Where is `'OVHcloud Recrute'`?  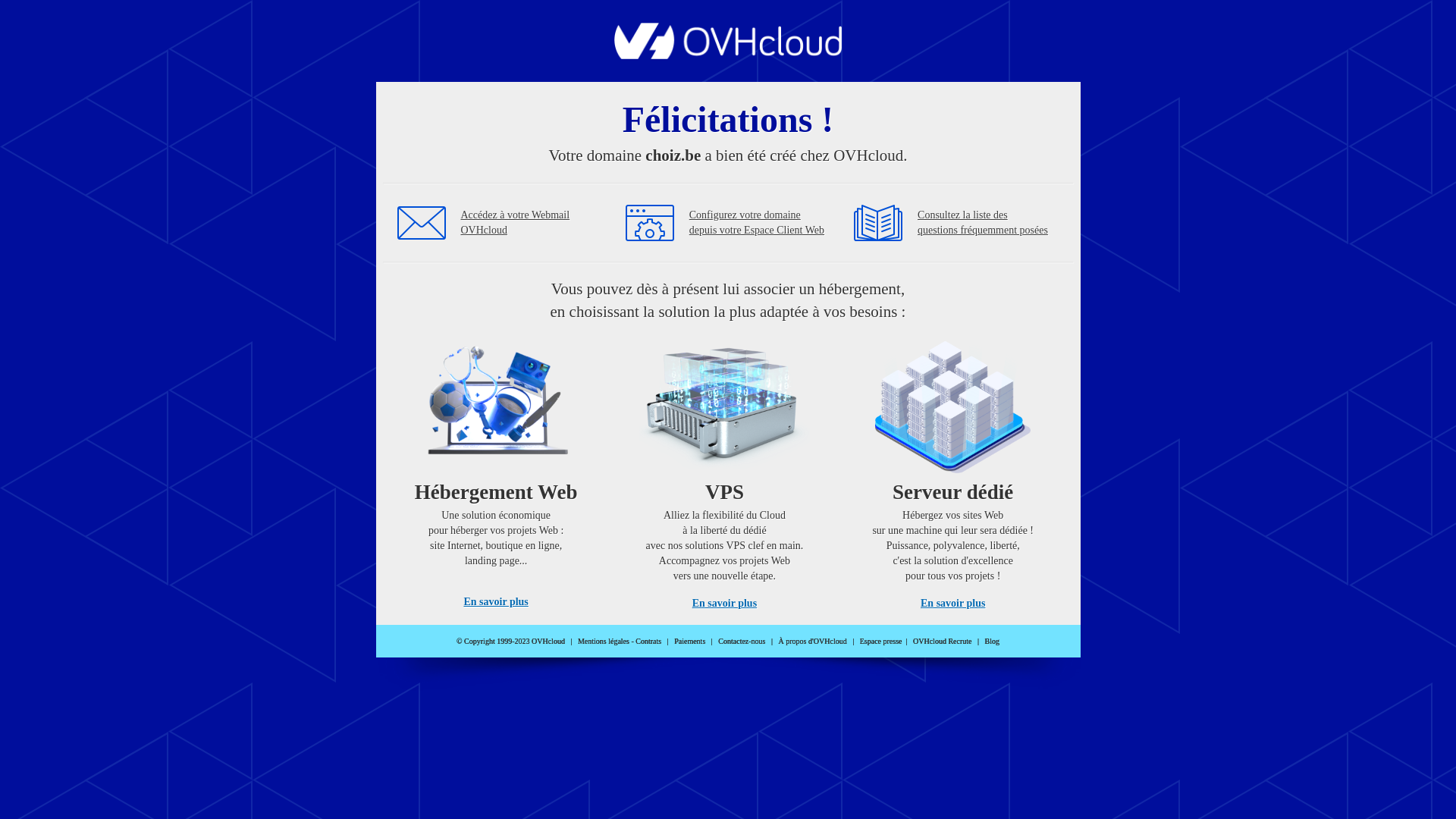
'OVHcloud Recrute' is located at coordinates (941, 641).